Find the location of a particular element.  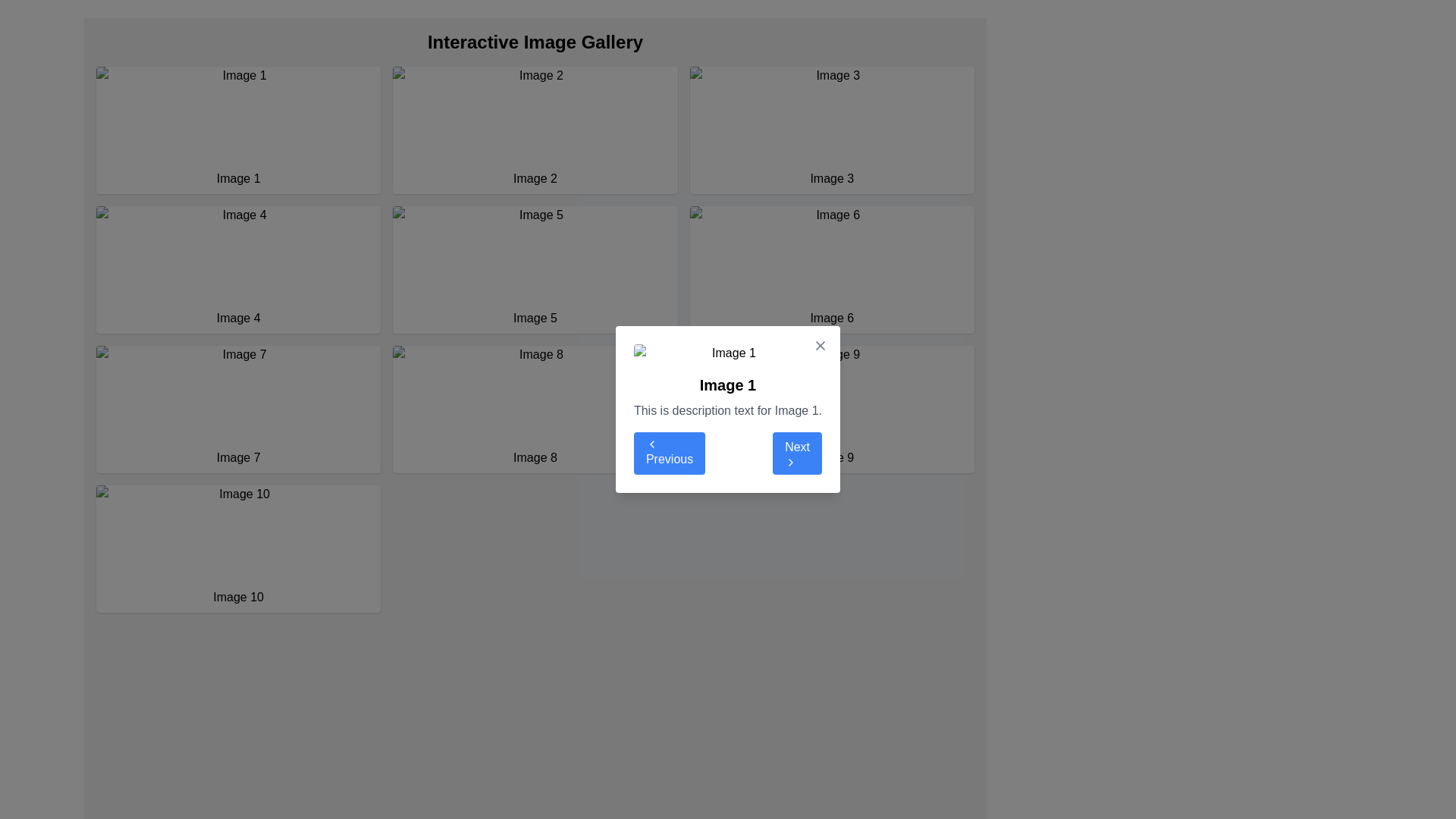

descriptive text label located beneath the bold title 'Image 1' in the modal component with a white background and rounded corners is located at coordinates (728, 411).